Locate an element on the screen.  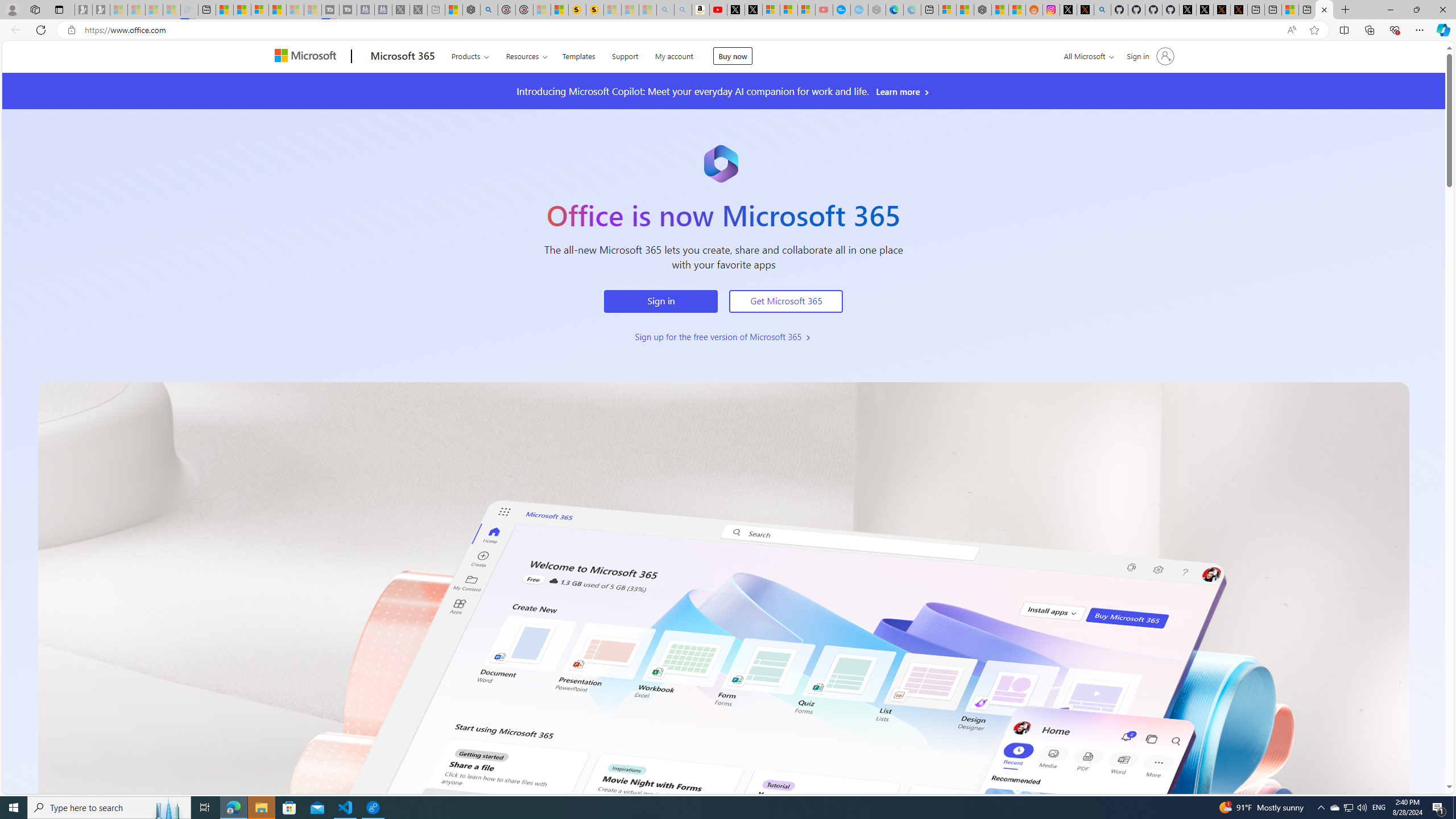
'poe - Search' is located at coordinates (489, 9).